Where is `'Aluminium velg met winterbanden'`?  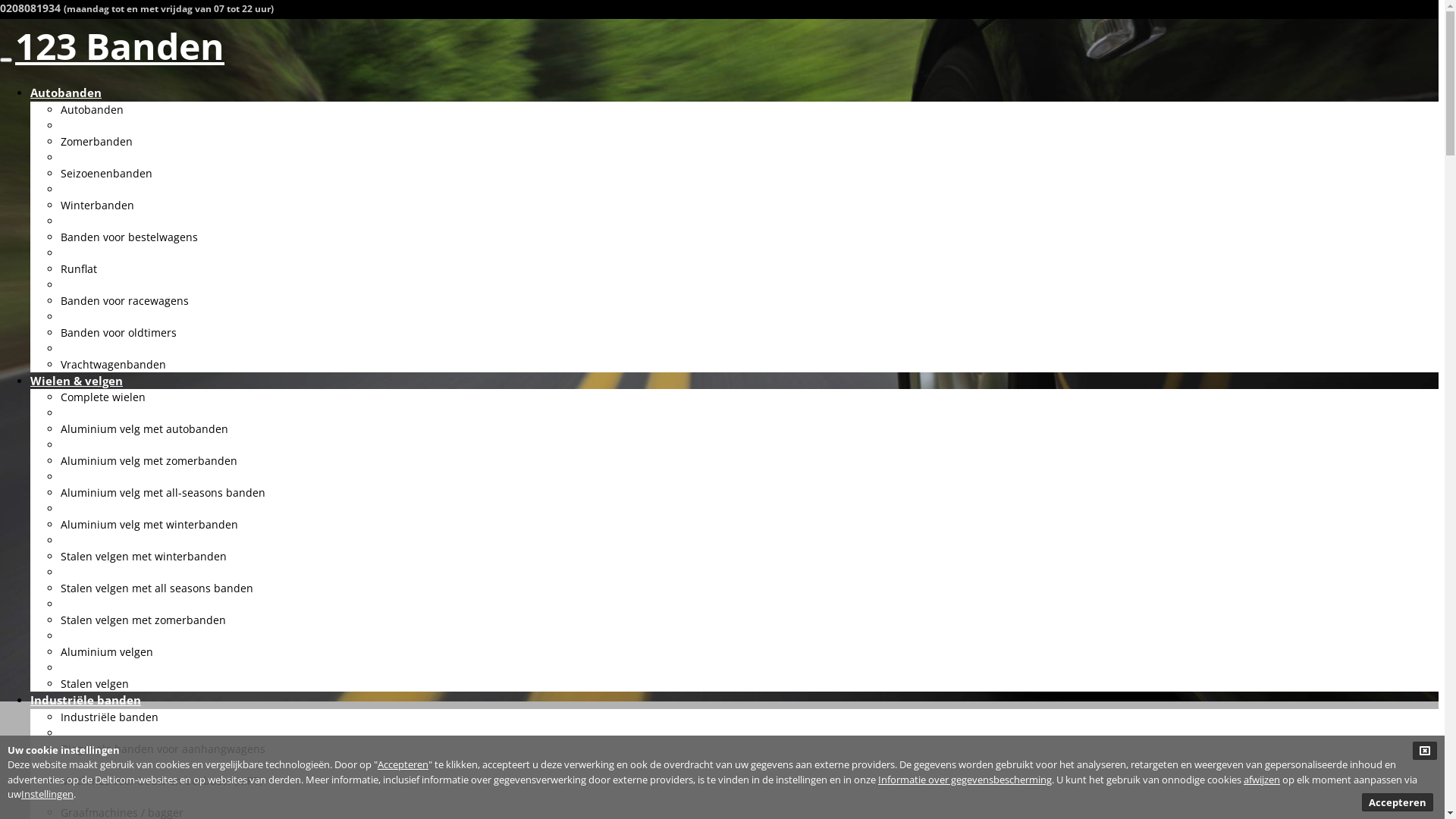 'Aluminium velg met winterbanden' is located at coordinates (149, 523).